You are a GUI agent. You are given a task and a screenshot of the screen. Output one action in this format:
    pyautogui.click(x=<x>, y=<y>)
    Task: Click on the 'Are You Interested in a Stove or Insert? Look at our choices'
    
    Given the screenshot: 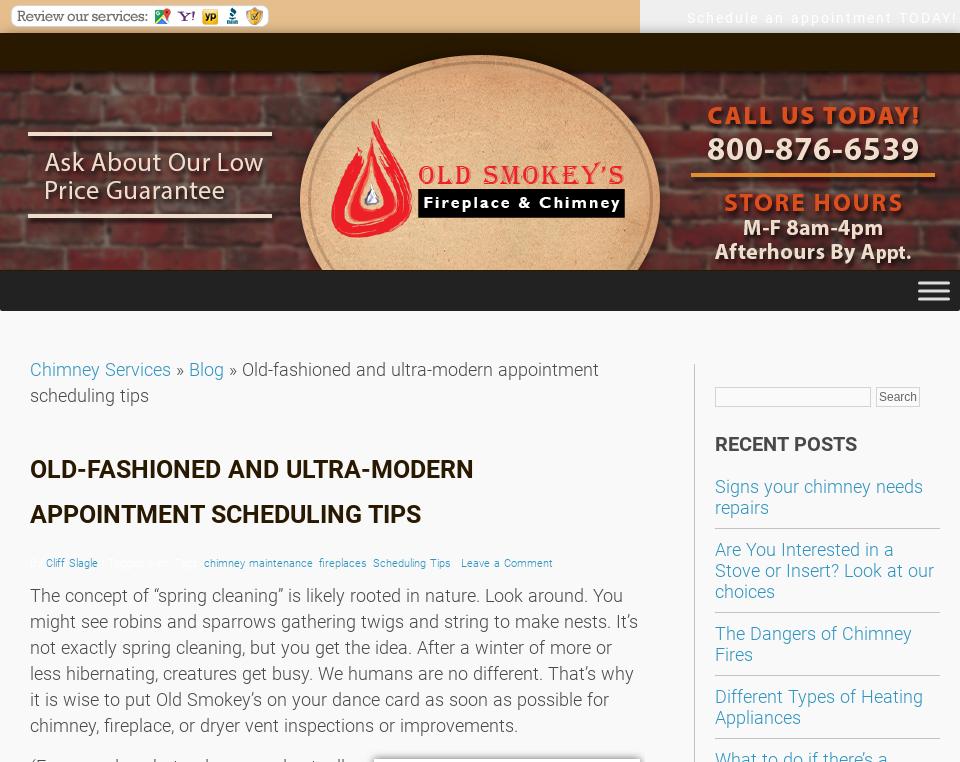 What is the action you would take?
    pyautogui.click(x=824, y=569)
    